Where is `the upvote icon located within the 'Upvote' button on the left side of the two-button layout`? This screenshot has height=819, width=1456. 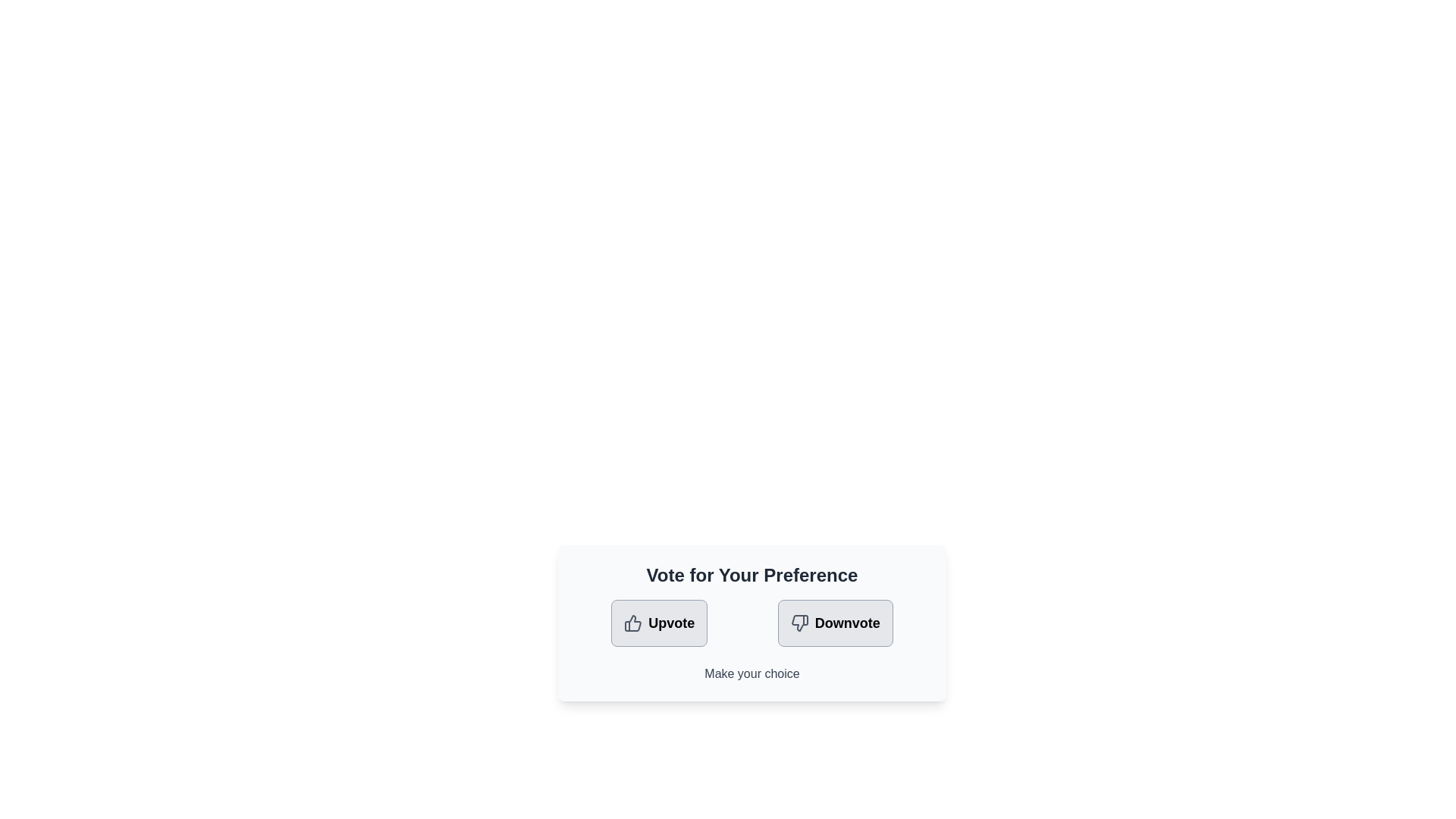
the upvote icon located within the 'Upvote' button on the left side of the two-button layout is located at coordinates (633, 623).